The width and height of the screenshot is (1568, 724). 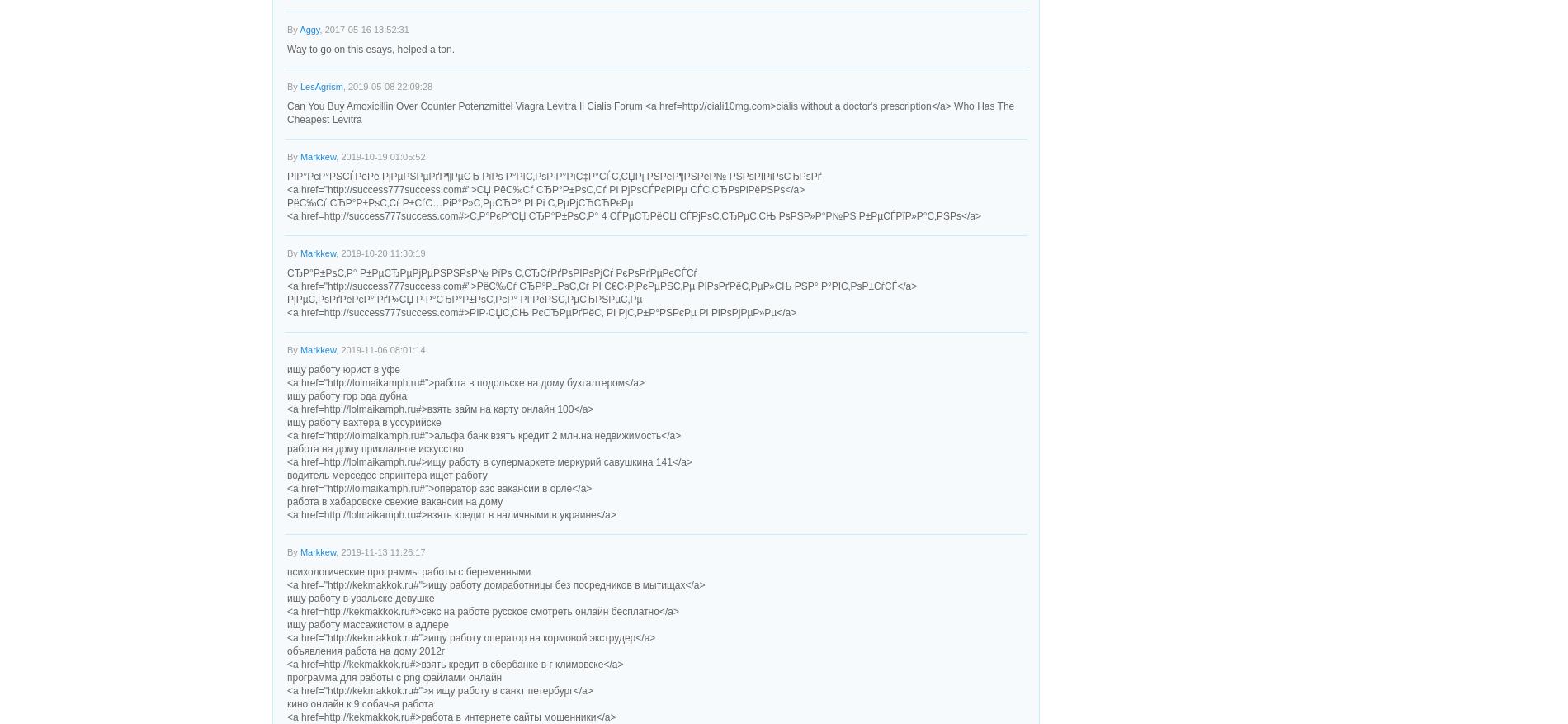 What do you see at coordinates (541, 313) in the screenshot?
I see `'<a href=http://success777success.com#>РІР·СЏС‚СЊ РєСЂРµРґРёС‚ РІ РјС‚Р±Р°РЅРєРµ РІ РіРѕРјРµР»Рµ</a>'` at bounding box center [541, 313].